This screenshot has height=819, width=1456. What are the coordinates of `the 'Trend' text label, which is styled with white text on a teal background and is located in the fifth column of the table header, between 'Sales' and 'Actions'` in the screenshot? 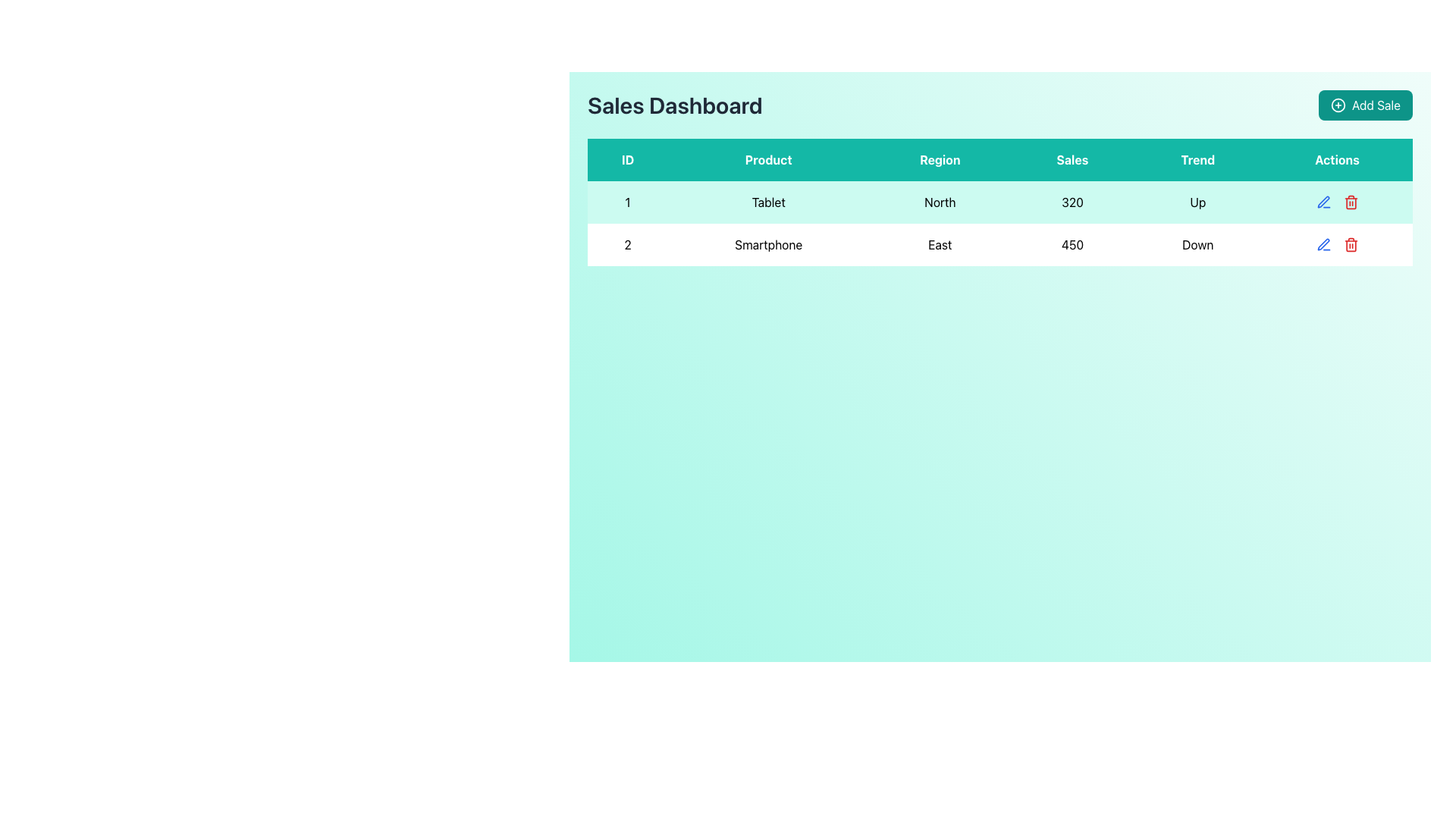 It's located at (1197, 160).